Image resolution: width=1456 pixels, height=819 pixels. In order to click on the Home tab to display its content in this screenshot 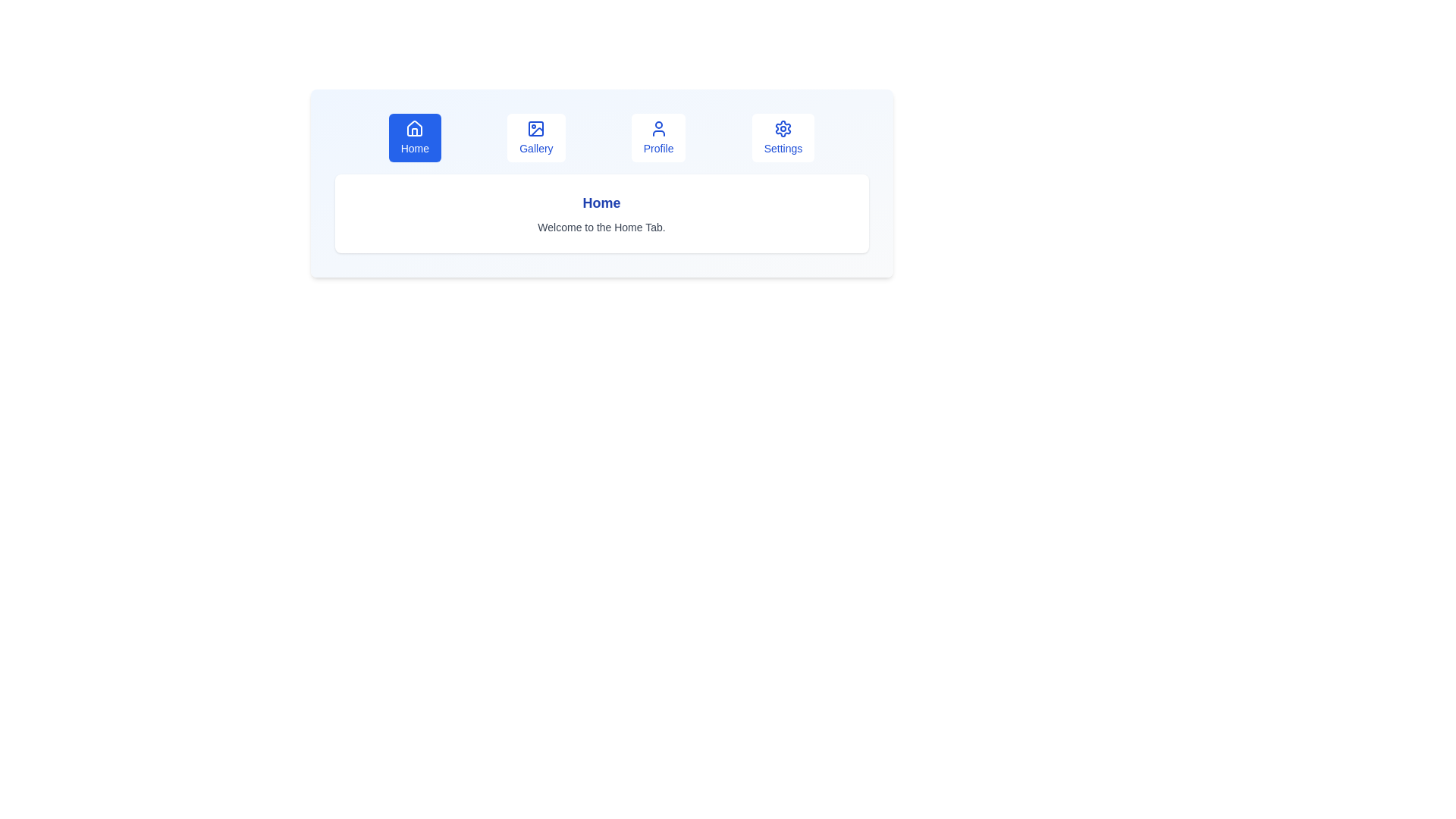, I will do `click(415, 137)`.